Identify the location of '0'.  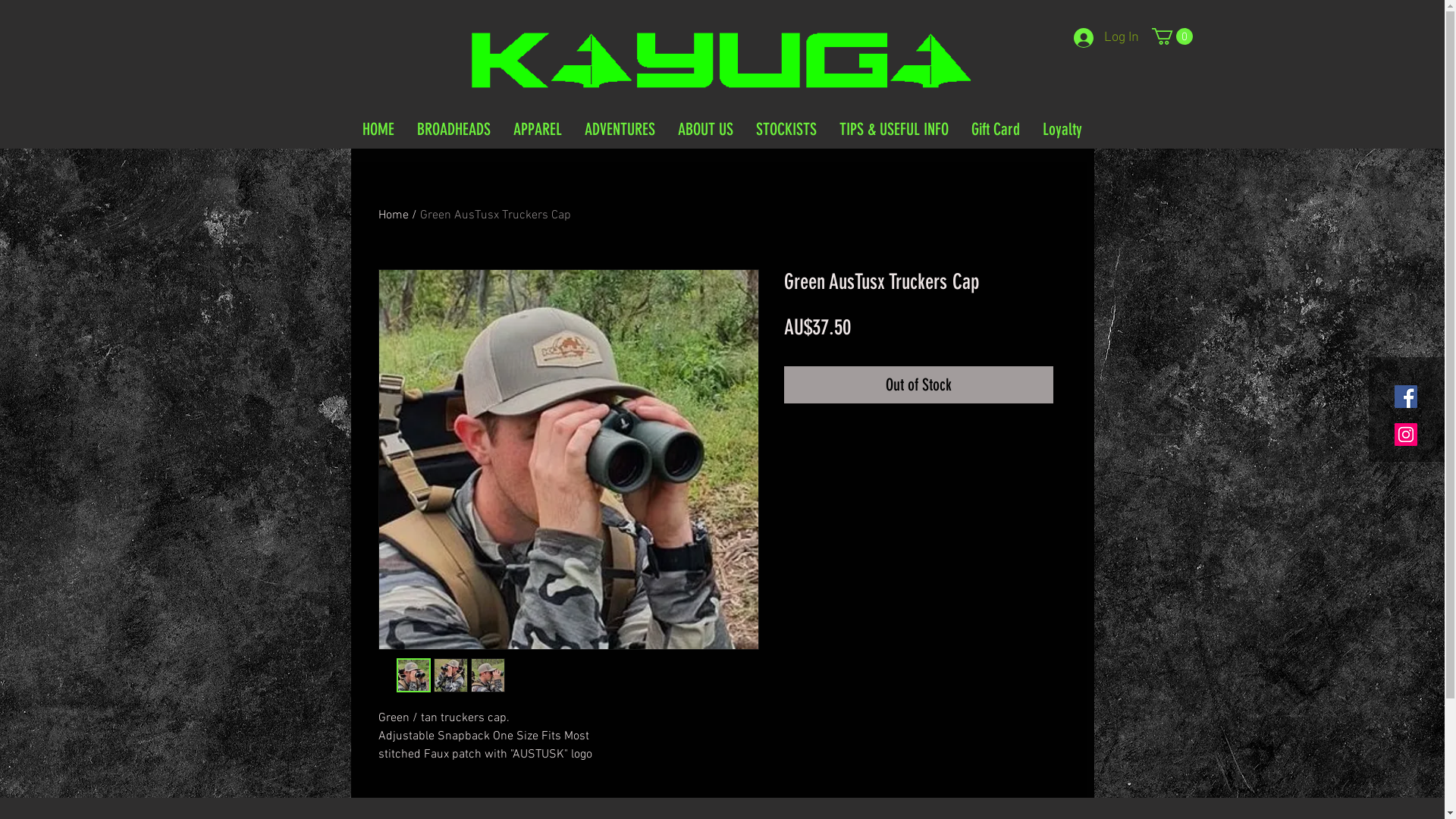
(1171, 35).